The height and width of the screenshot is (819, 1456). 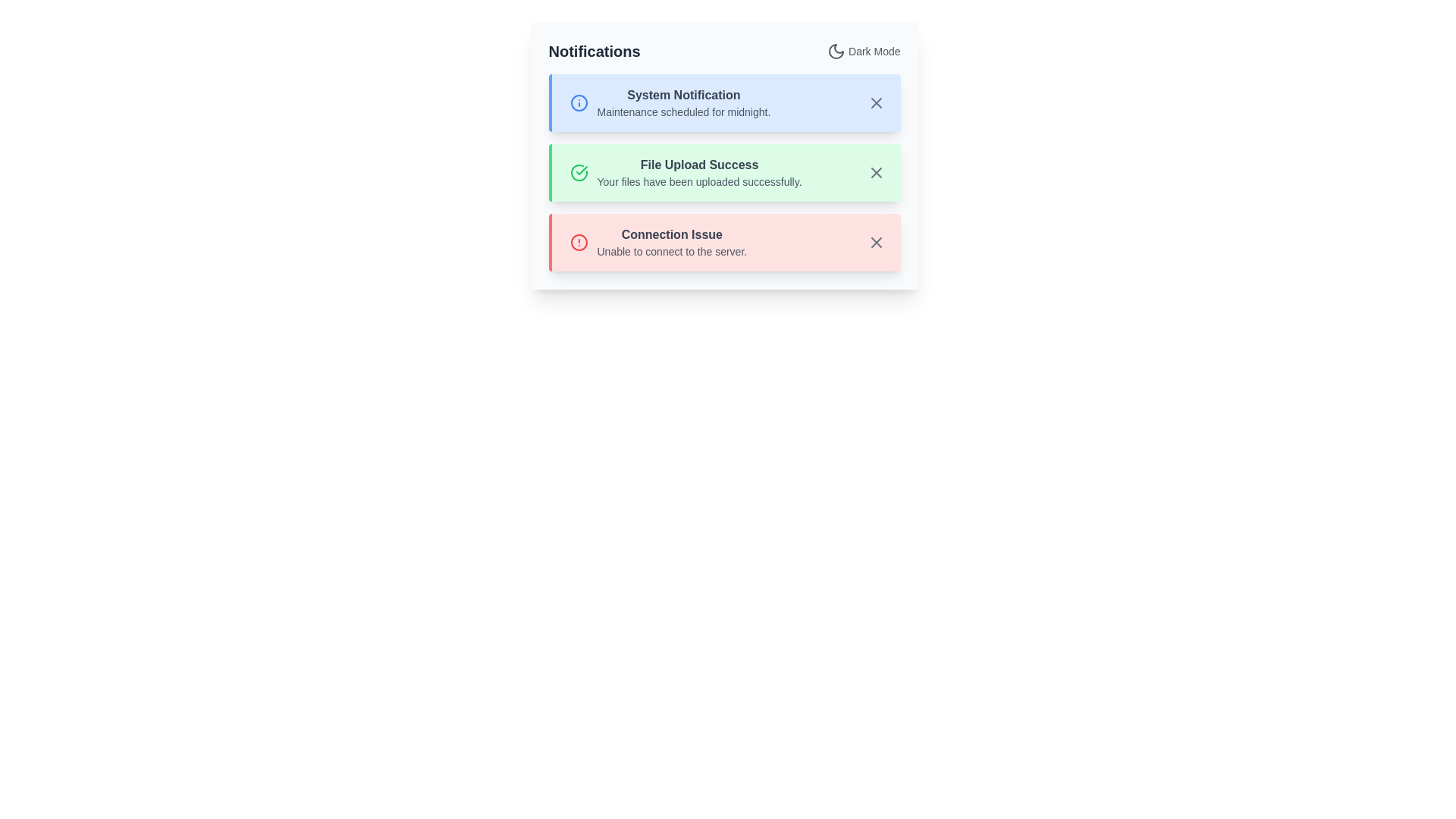 I want to click on the text label reading 'Maintenance scheduled for midnight.' located under the header 'System Notification' within the blue notification box, so click(x=682, y=111).